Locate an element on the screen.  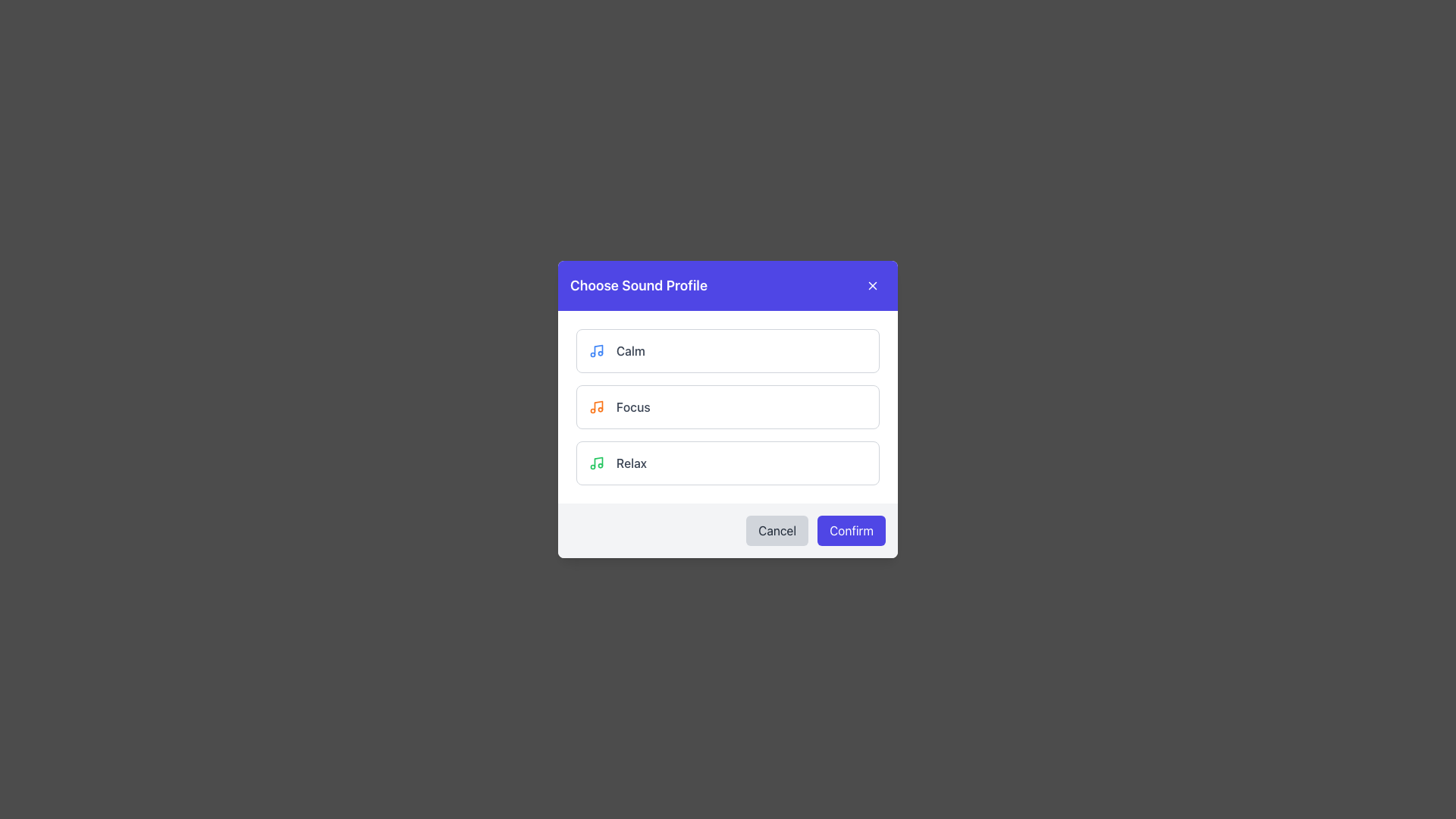
the 'X' icon button located in the top-right corner of the 'Choose Sound Profile' modal dialog is located at coordinates (873, 286).